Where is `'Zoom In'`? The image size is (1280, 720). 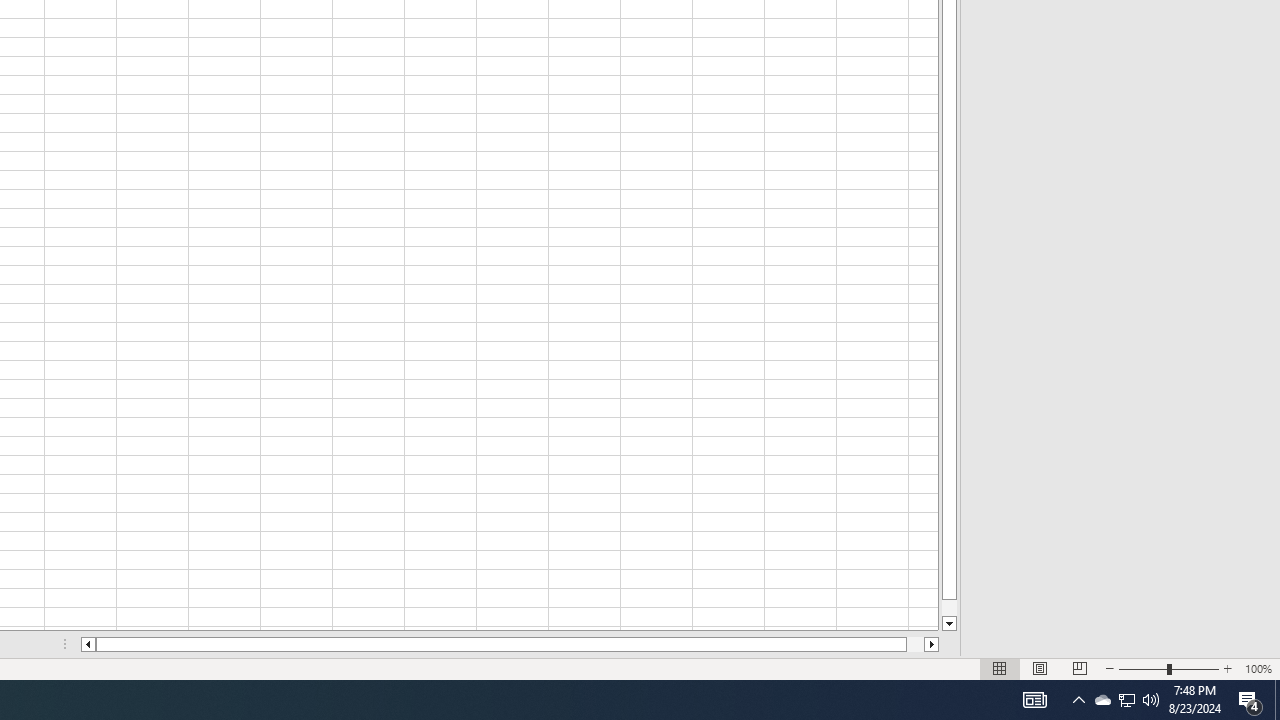
'Zoom In' is located at coordinates (1226, 669).